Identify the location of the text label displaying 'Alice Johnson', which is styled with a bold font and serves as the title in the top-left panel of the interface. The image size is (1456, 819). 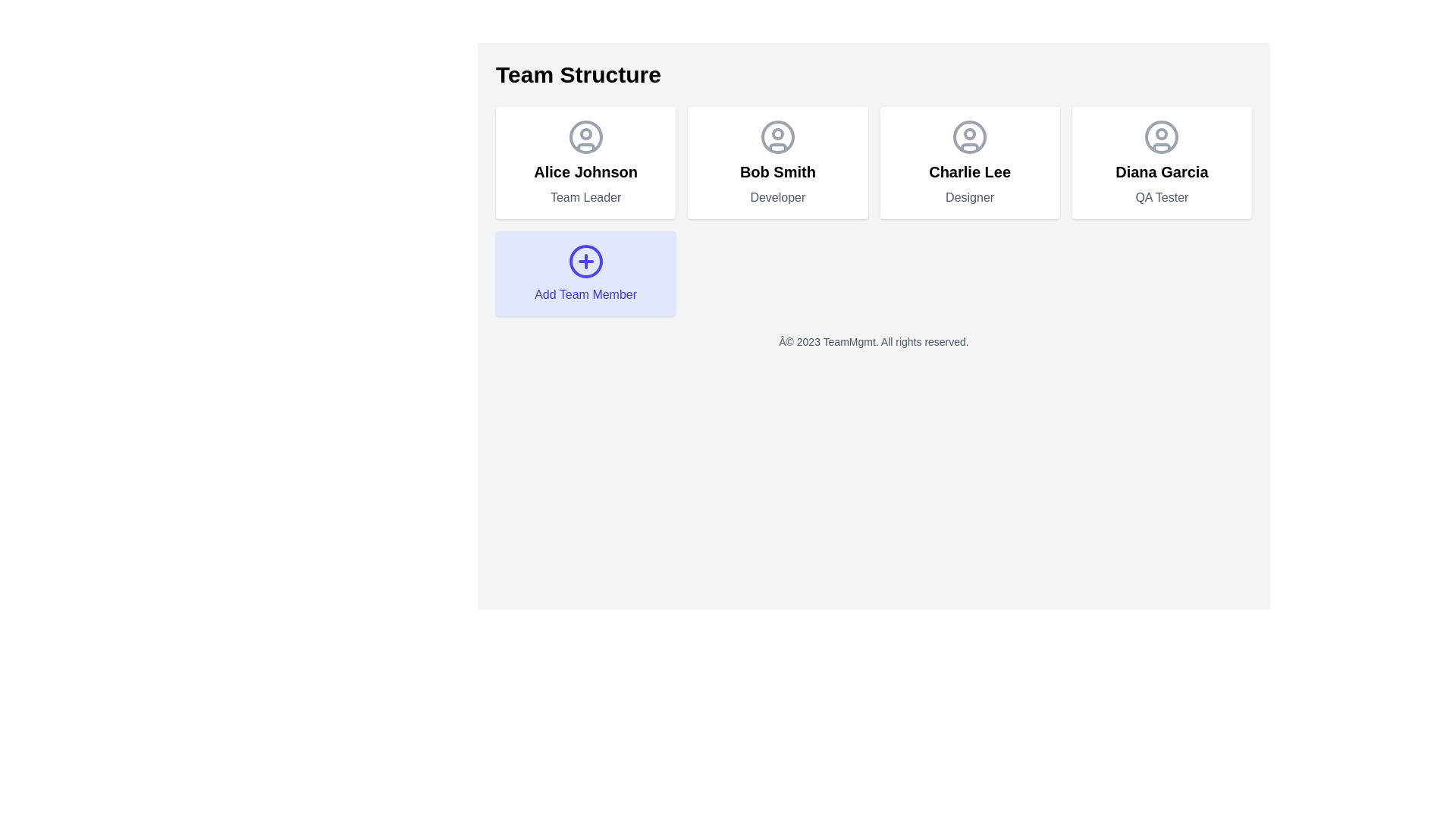
(585, 171).